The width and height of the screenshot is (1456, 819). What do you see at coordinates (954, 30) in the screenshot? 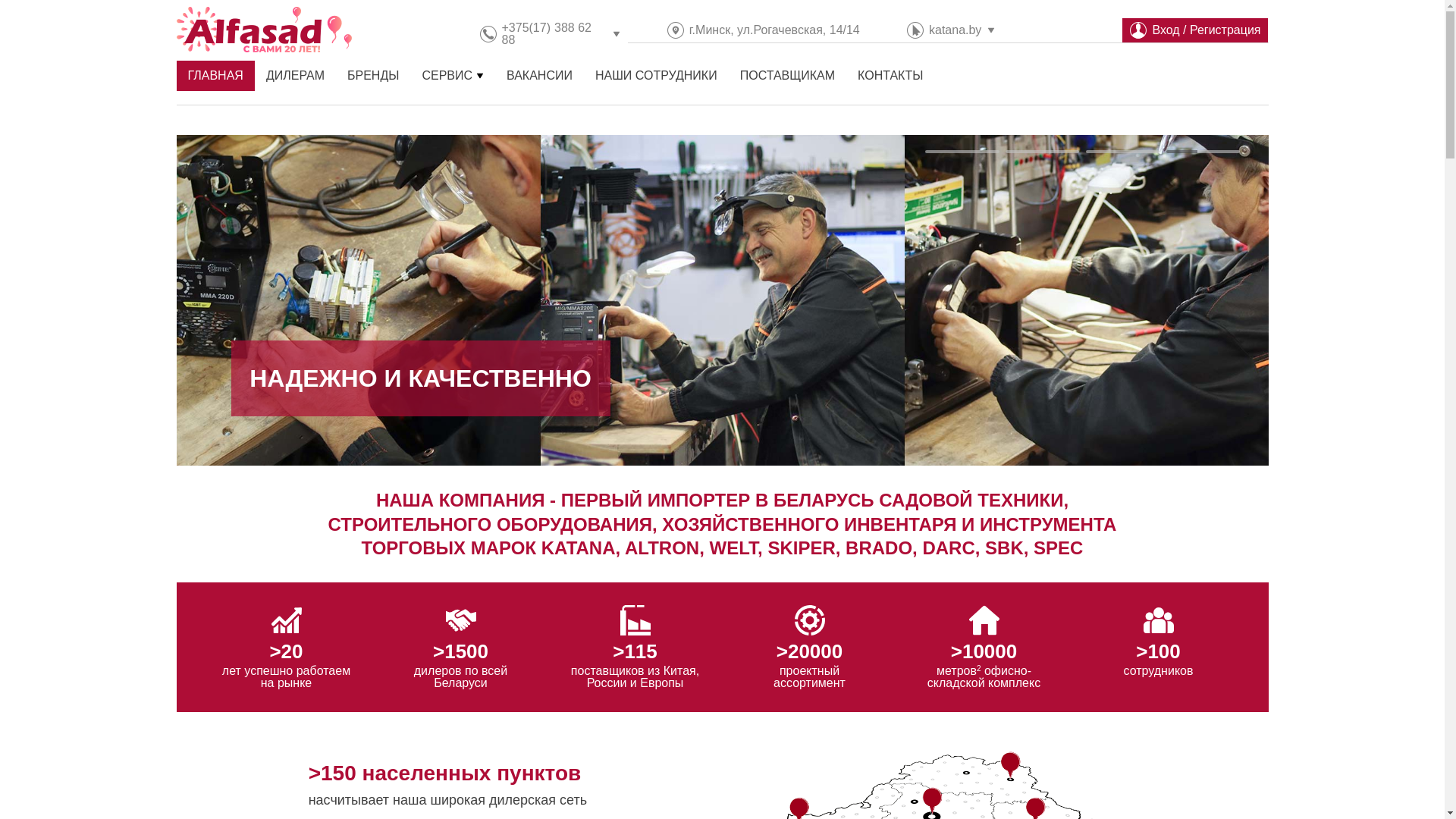
I see `'katana.by'` at bounding box center [954, 30].